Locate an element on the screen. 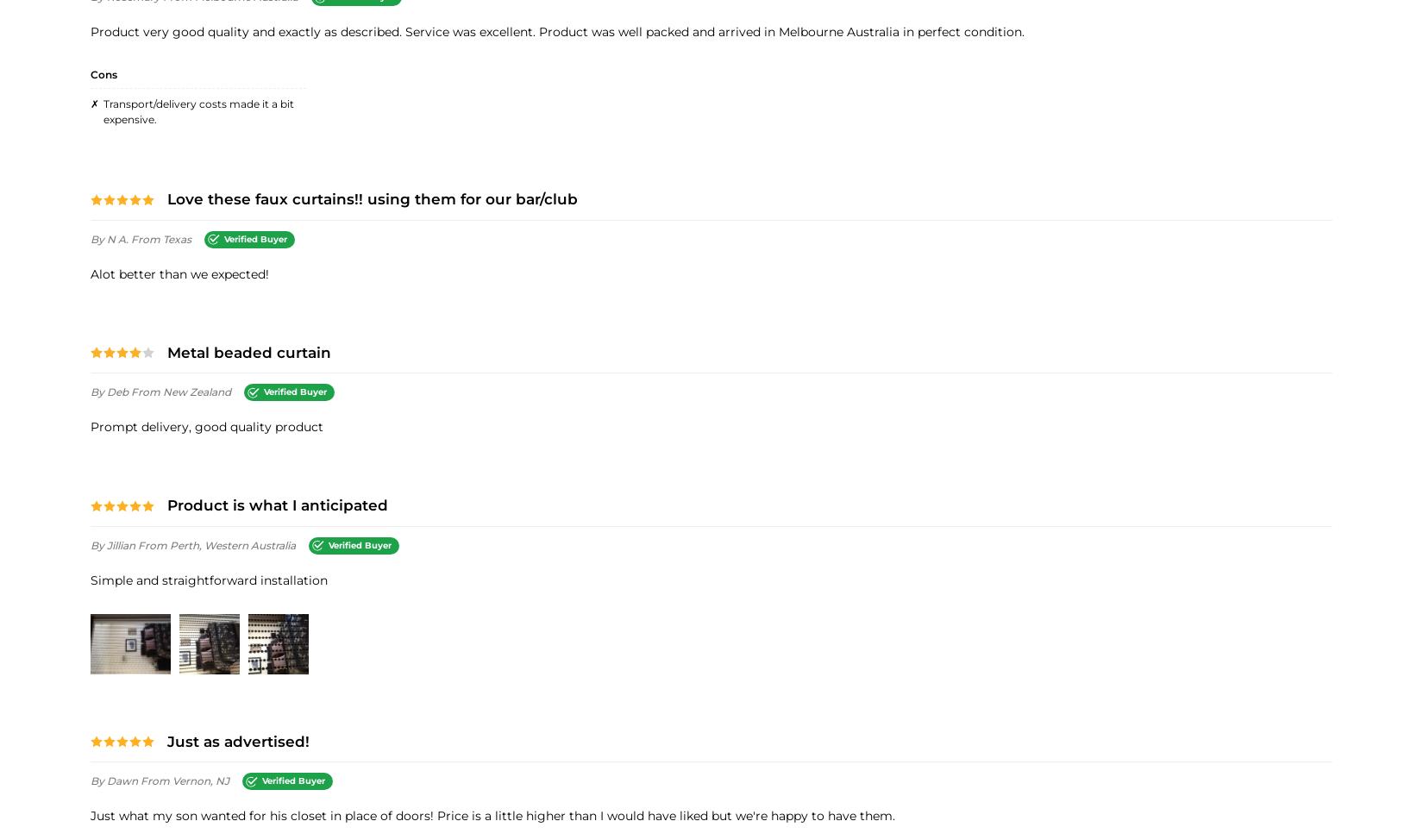  'alot better than we expected!' is located at coordinates (90, 273).